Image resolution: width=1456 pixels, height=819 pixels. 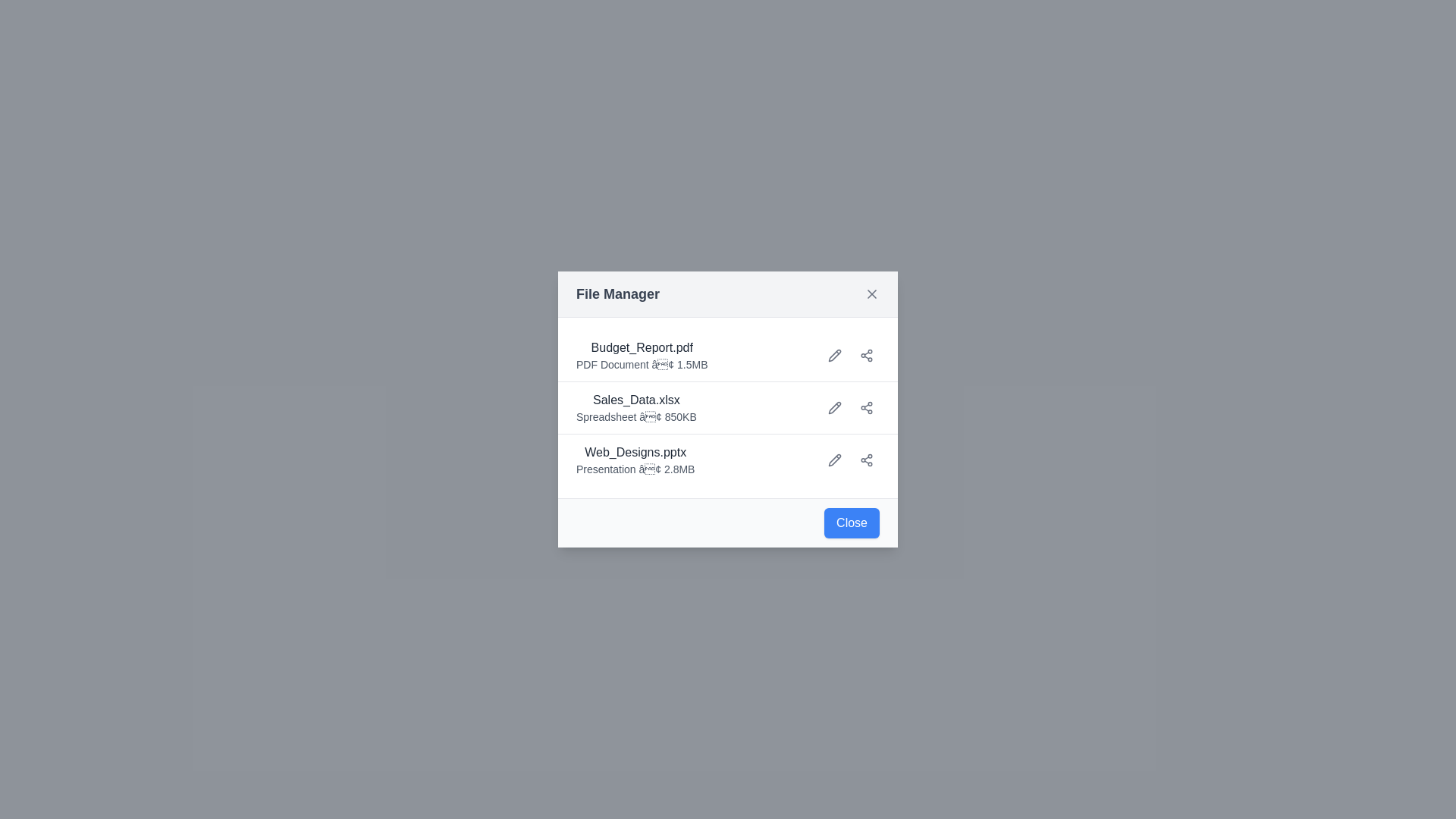 What do you see at coordinates (636, 406) in the screenshot?
I see `the file entry Sales_Data.xlsx` at bounding box center [636, 406].